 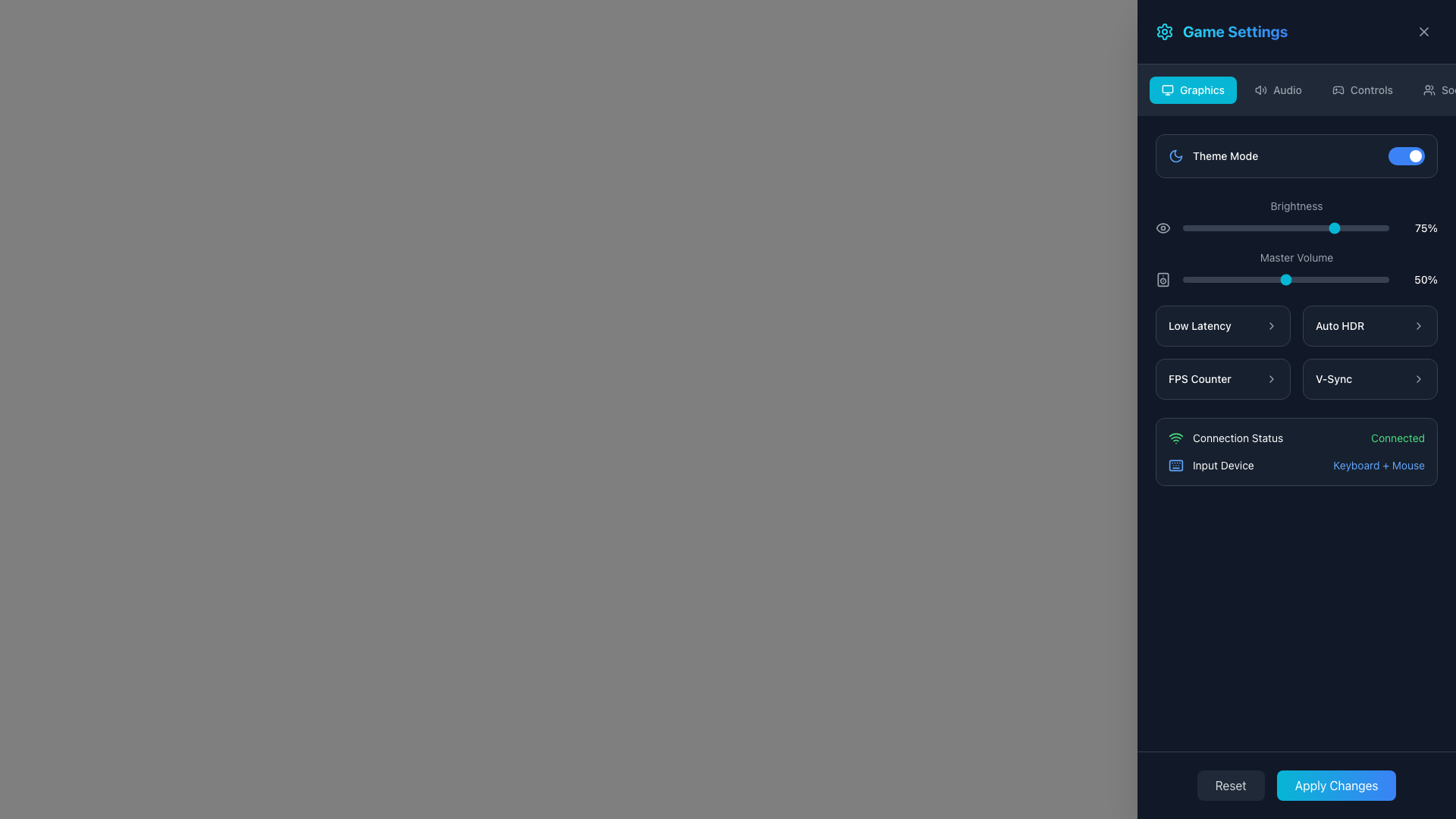 What do you see at coordinates (1213, 155) in the screenshot?
I see `the 'Theme Mode' label with the moon icon in the 'Game Settings' panel under the 'Graphics' tab` at bounding box center [1213, 155].